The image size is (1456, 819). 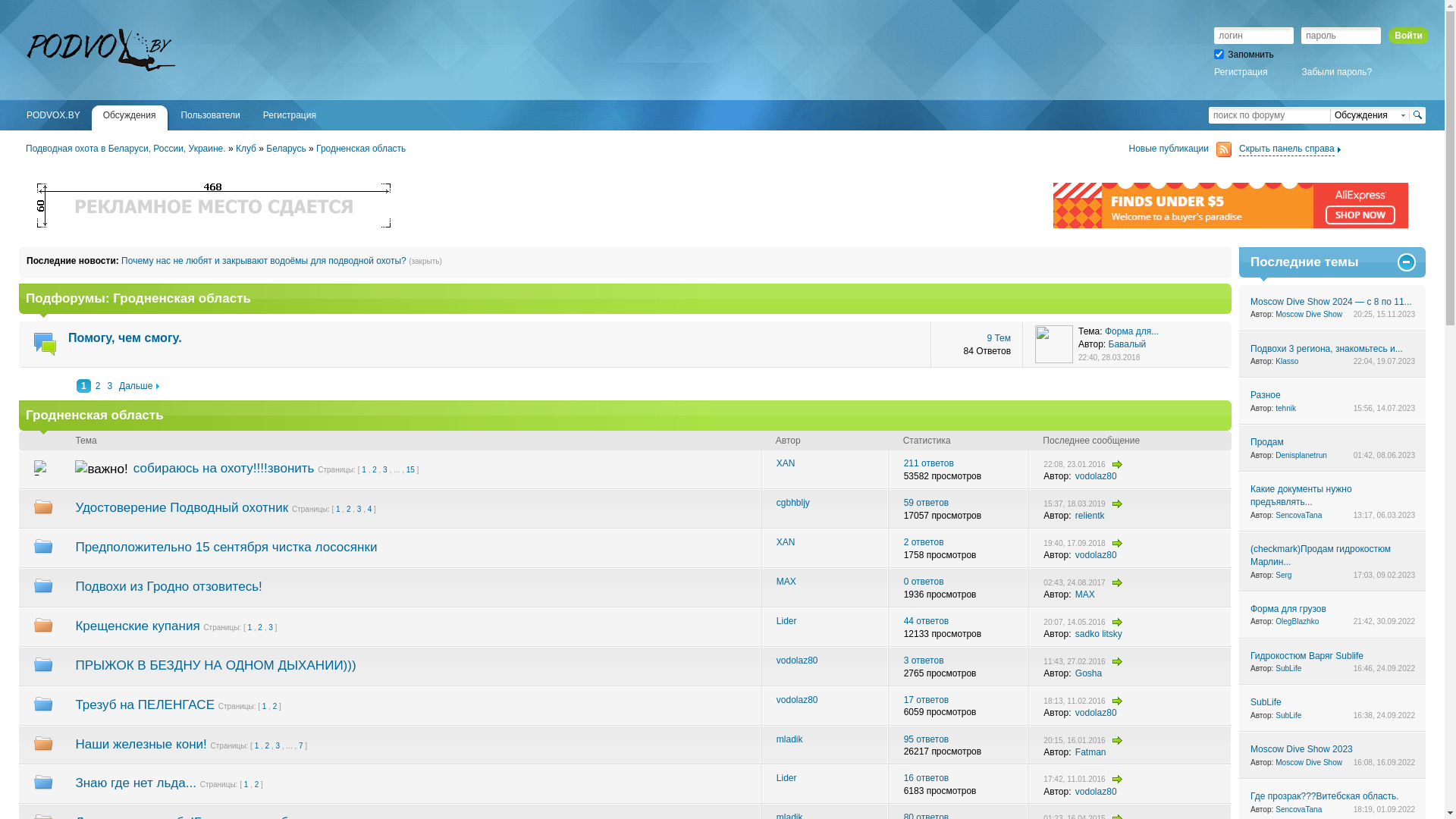 I want to click on 'Denisplanetrun', so click(x=1301, y=454).